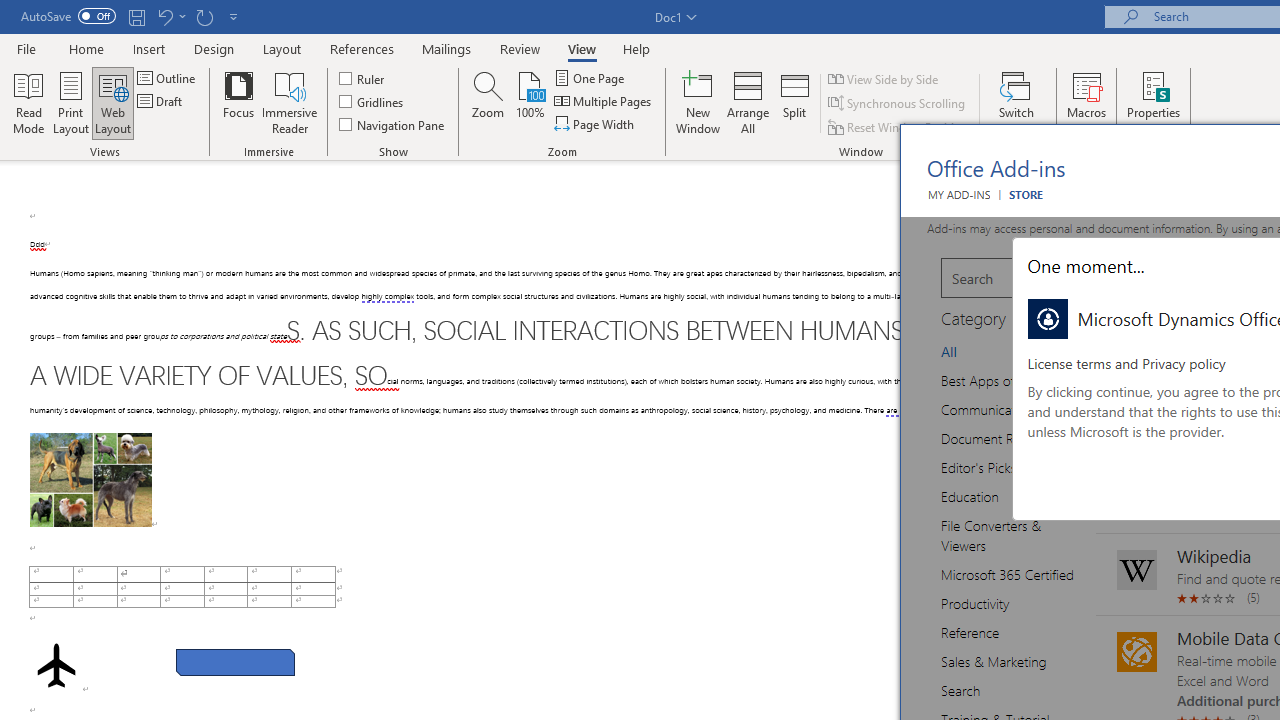 The image size is (1280, 720). What do you see at coordinates (594, 124) in the screenshot?
I see `'Page Width'` at bounding box center [594, 124].